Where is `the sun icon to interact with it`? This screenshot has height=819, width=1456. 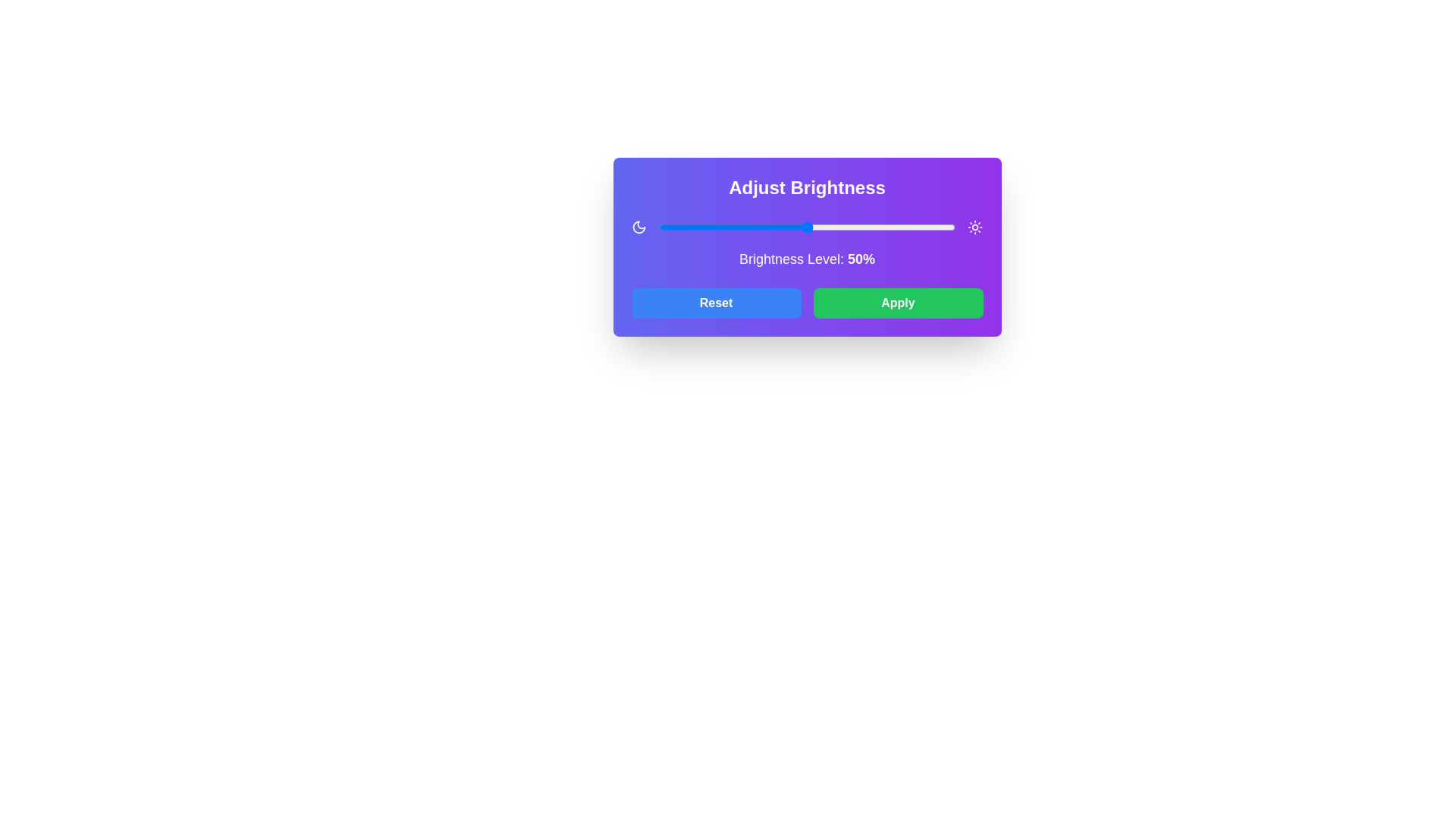 the sun icon to interact with it is located at coordinates (975, 227).